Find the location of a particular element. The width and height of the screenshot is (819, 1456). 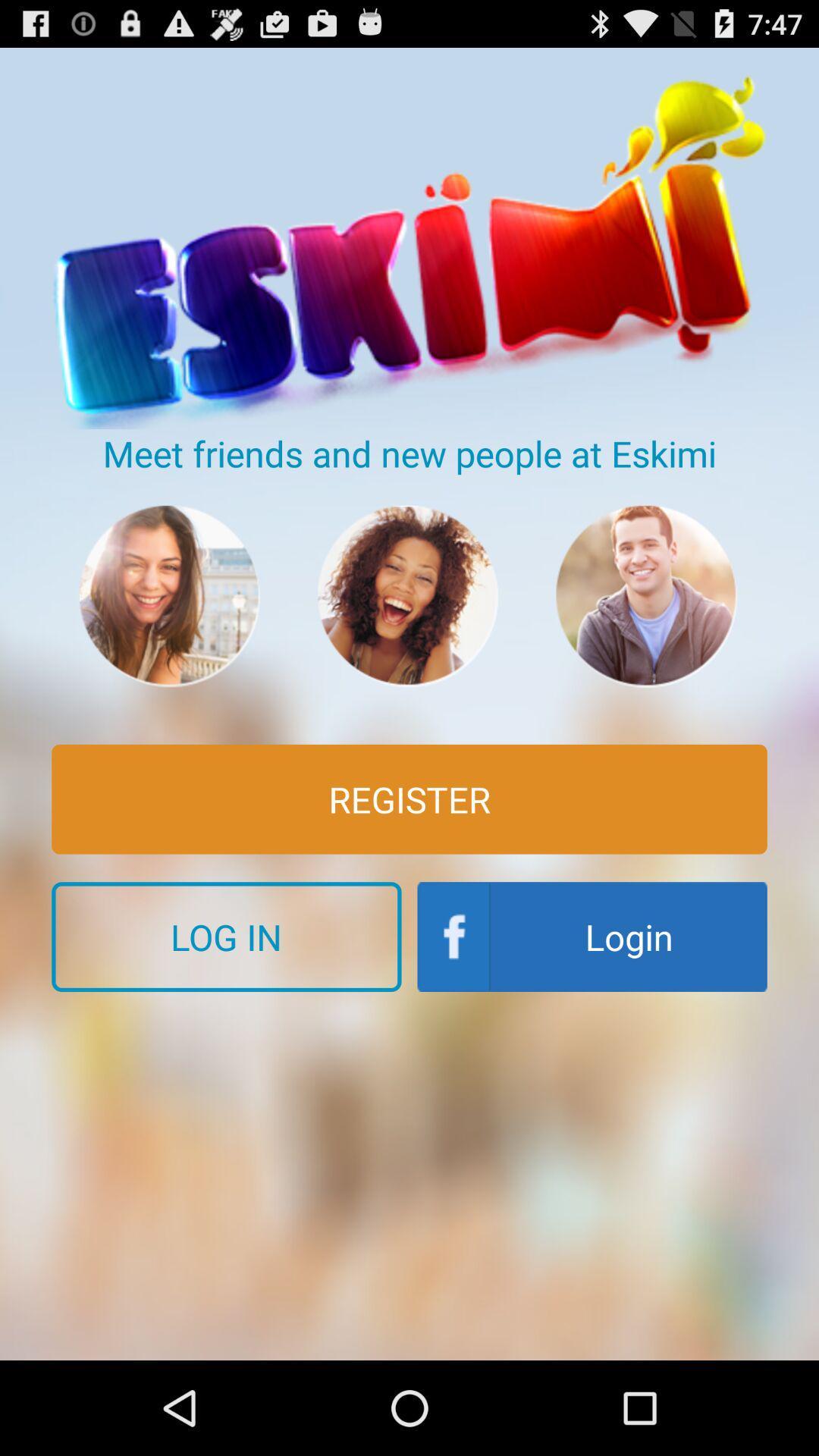

login is located at coordinates (591, 936).